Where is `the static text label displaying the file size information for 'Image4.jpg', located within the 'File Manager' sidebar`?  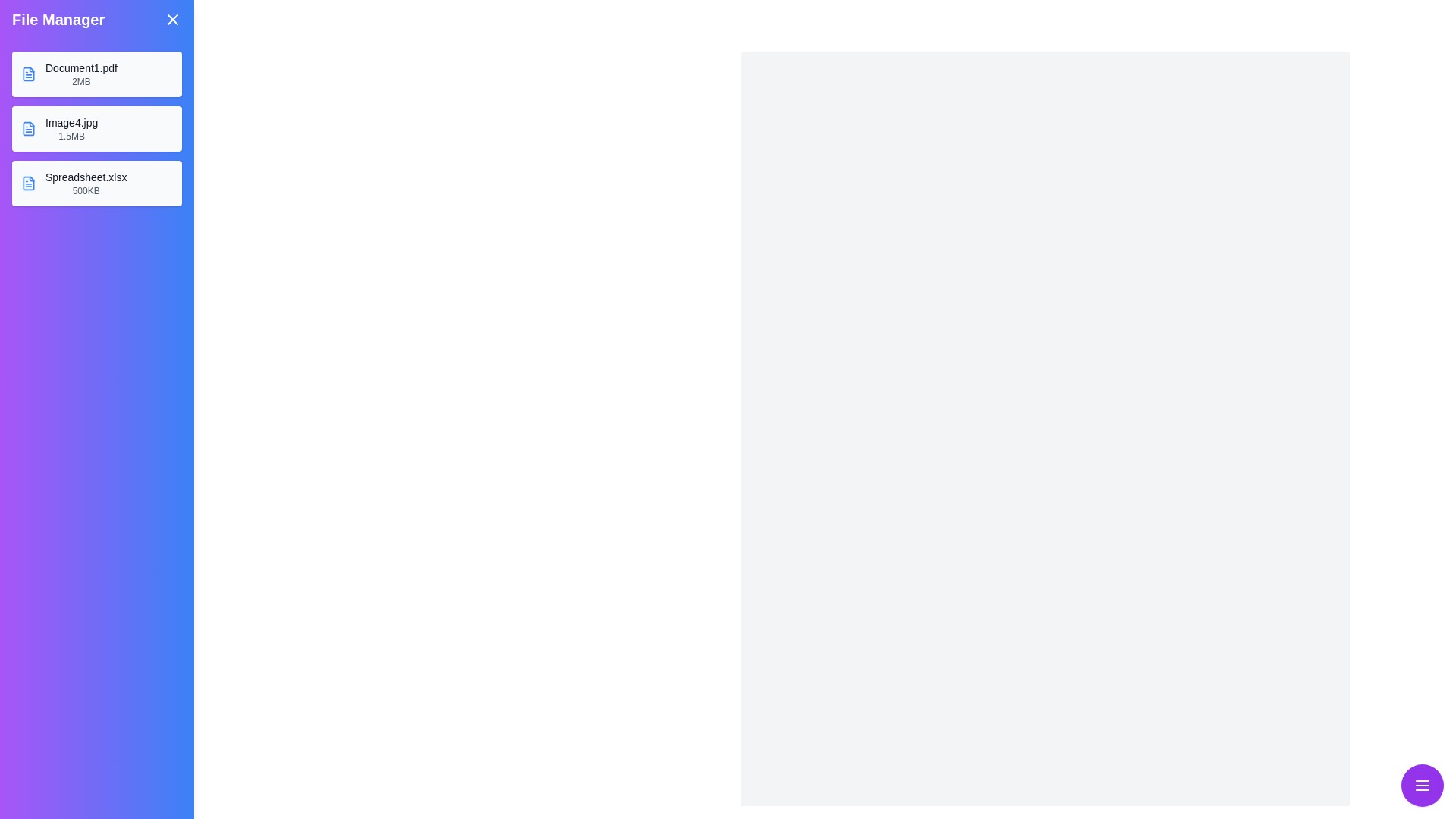 the static text label displaying the file size information for 'Image4.jpg', located within the 'File Manager' sidebar is located at coordinates (71, 136).